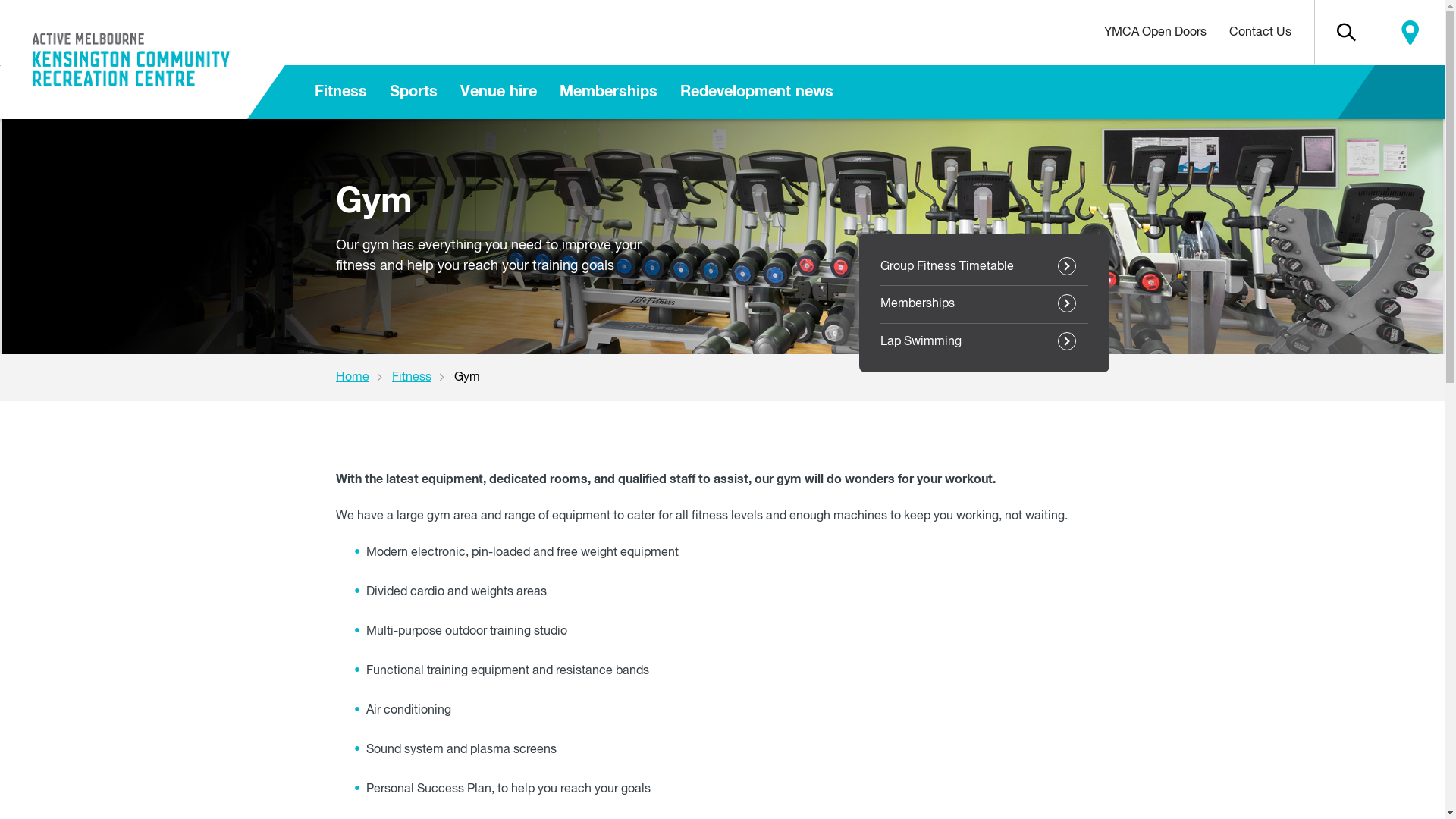 The image size is (1456, 819). I want to click on 'Contact Us', so click(1260, 32).